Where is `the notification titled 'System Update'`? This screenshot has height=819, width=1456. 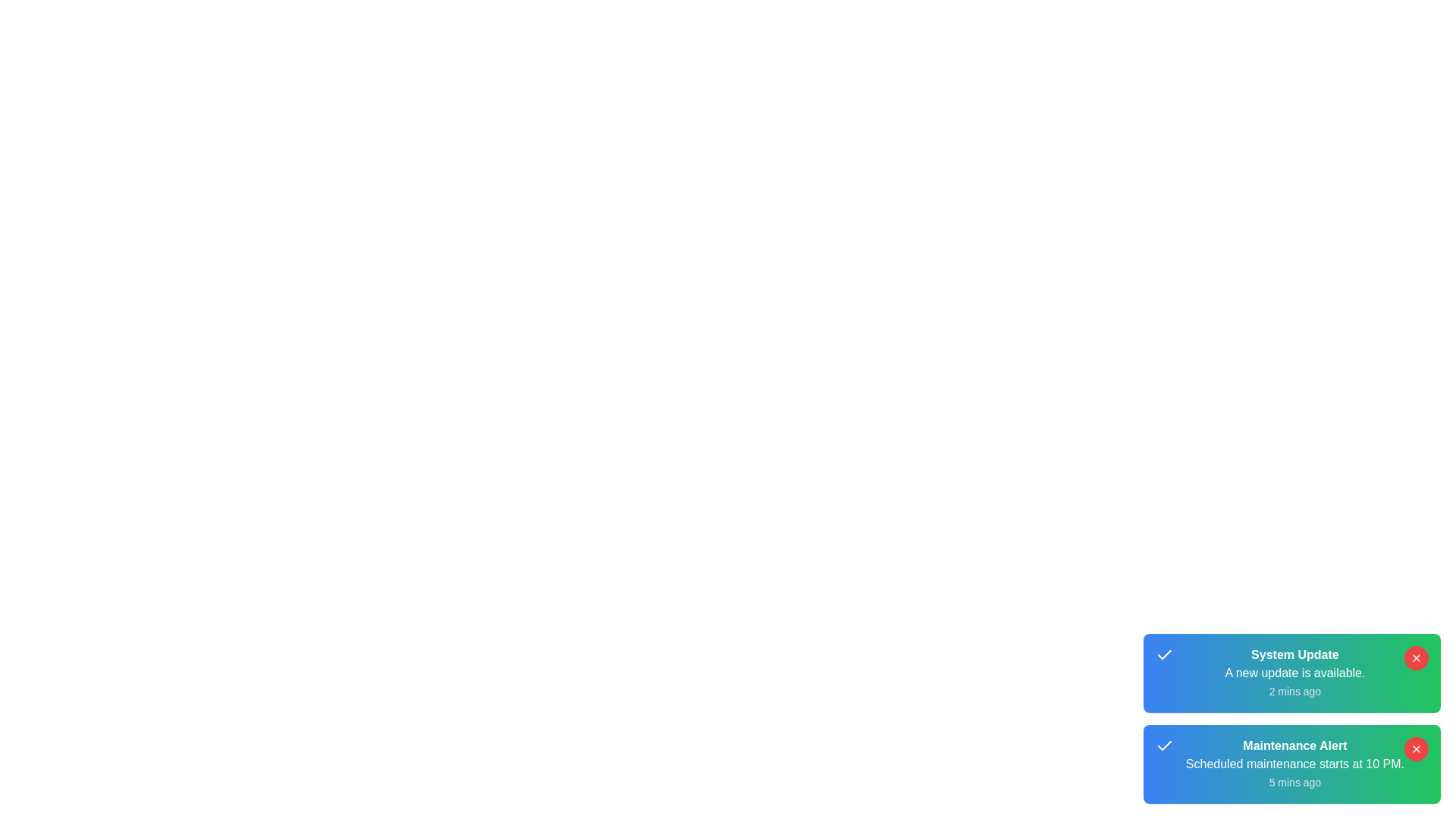 the notification titled 'System Update' is located at coordinates (1291, 672).